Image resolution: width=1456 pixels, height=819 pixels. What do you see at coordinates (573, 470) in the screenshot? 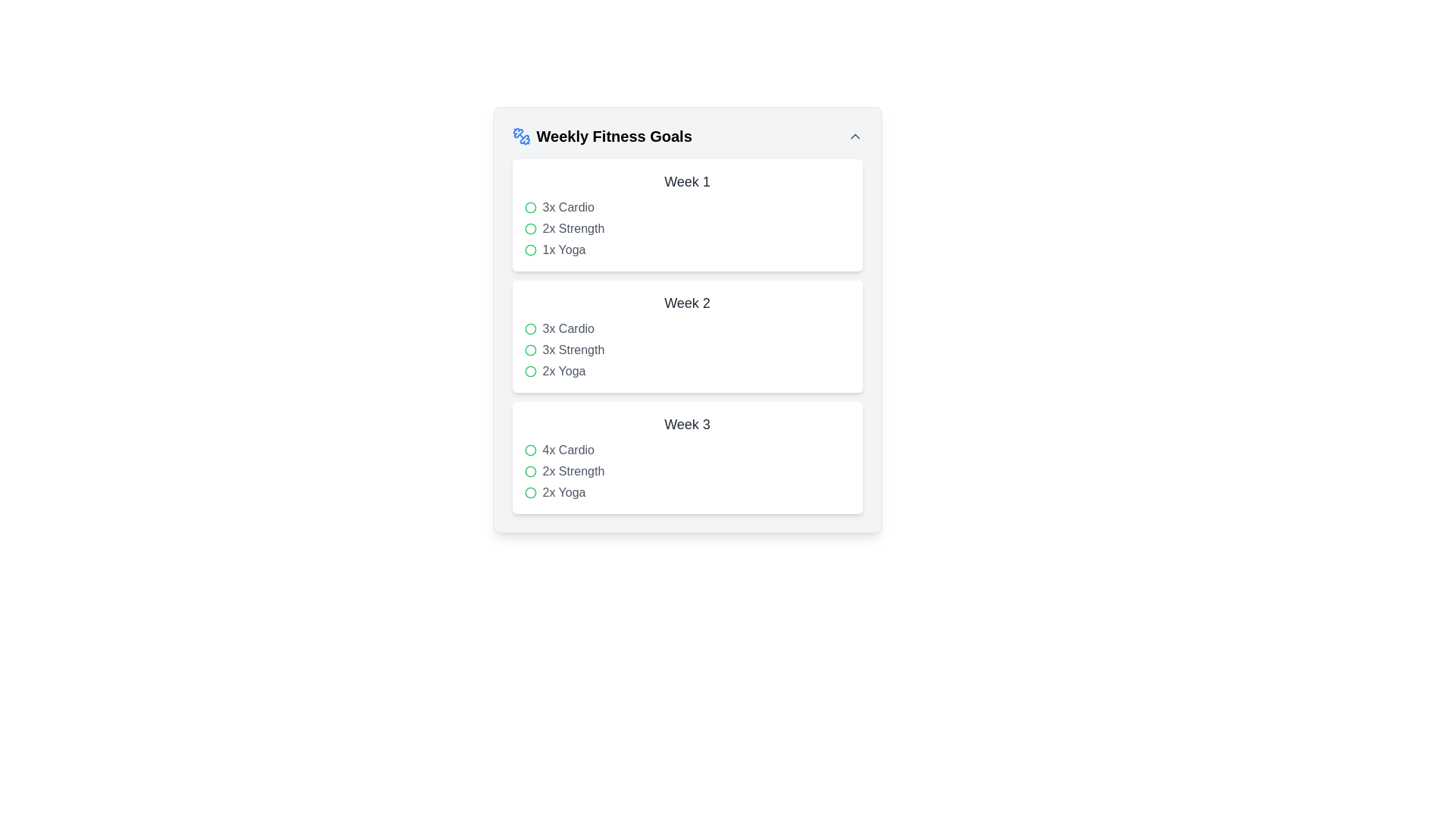
I see `the 'Strength' fitness activity text label that displays '2x' frequency within the Week 3 section of the Weekly Fitness Goals card, positioned between '4x Cardio' and '2x Yoga'` at bounding box center [573, 470].